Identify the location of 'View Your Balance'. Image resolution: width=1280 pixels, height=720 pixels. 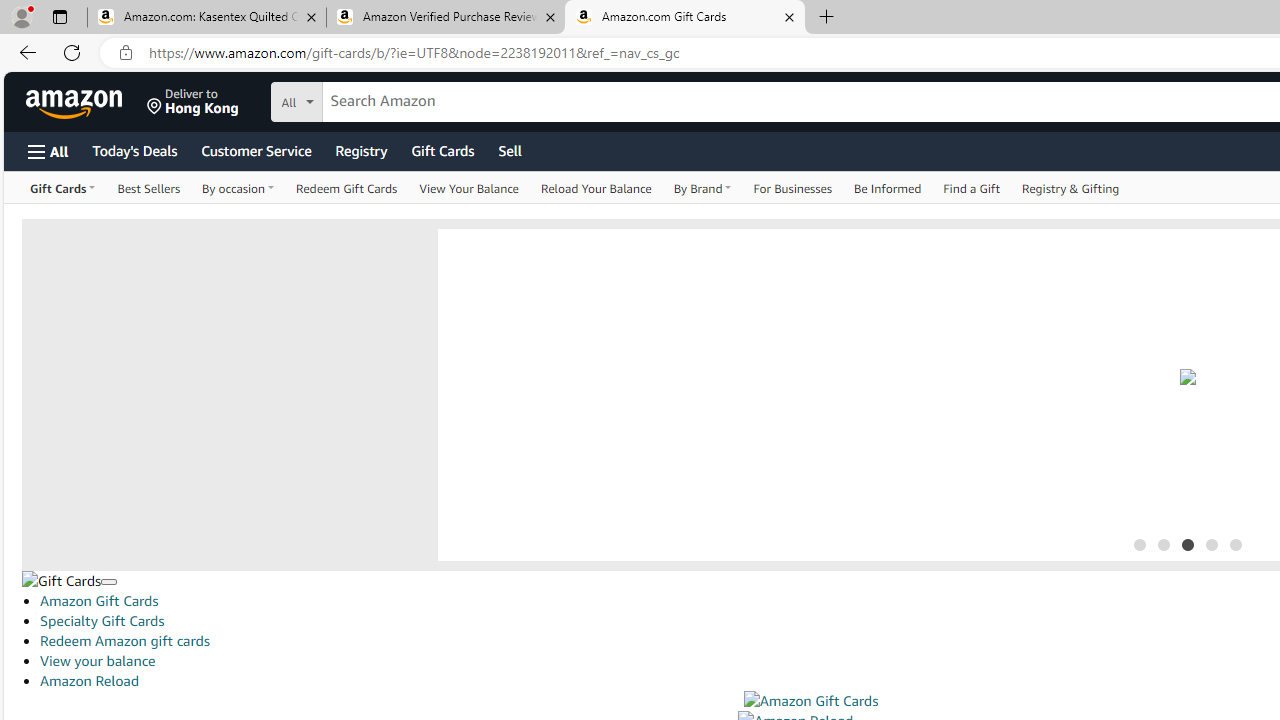
(468, 187).